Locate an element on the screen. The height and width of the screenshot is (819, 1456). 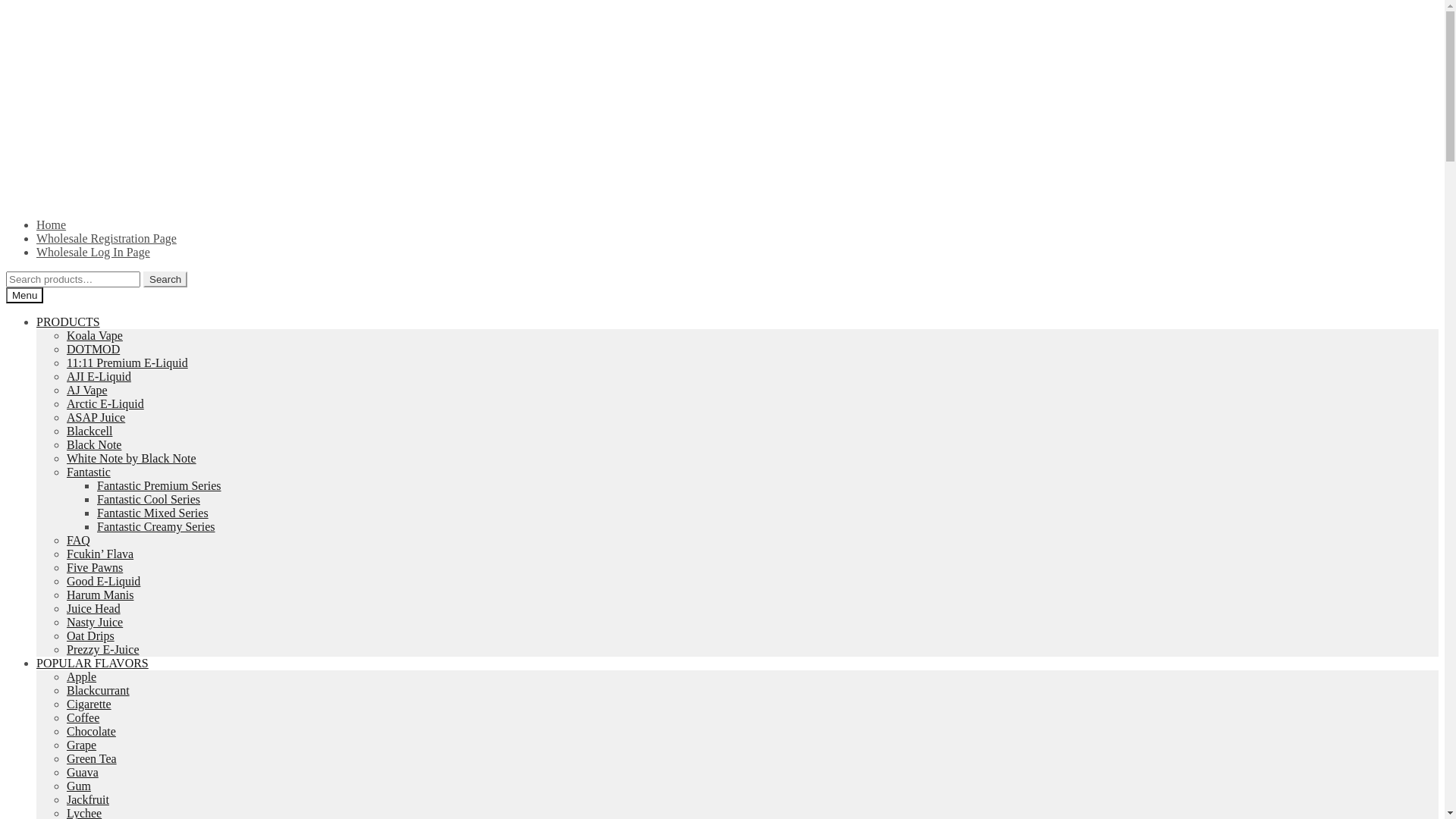
'Chocolate' is located at coordinates (90, 730).